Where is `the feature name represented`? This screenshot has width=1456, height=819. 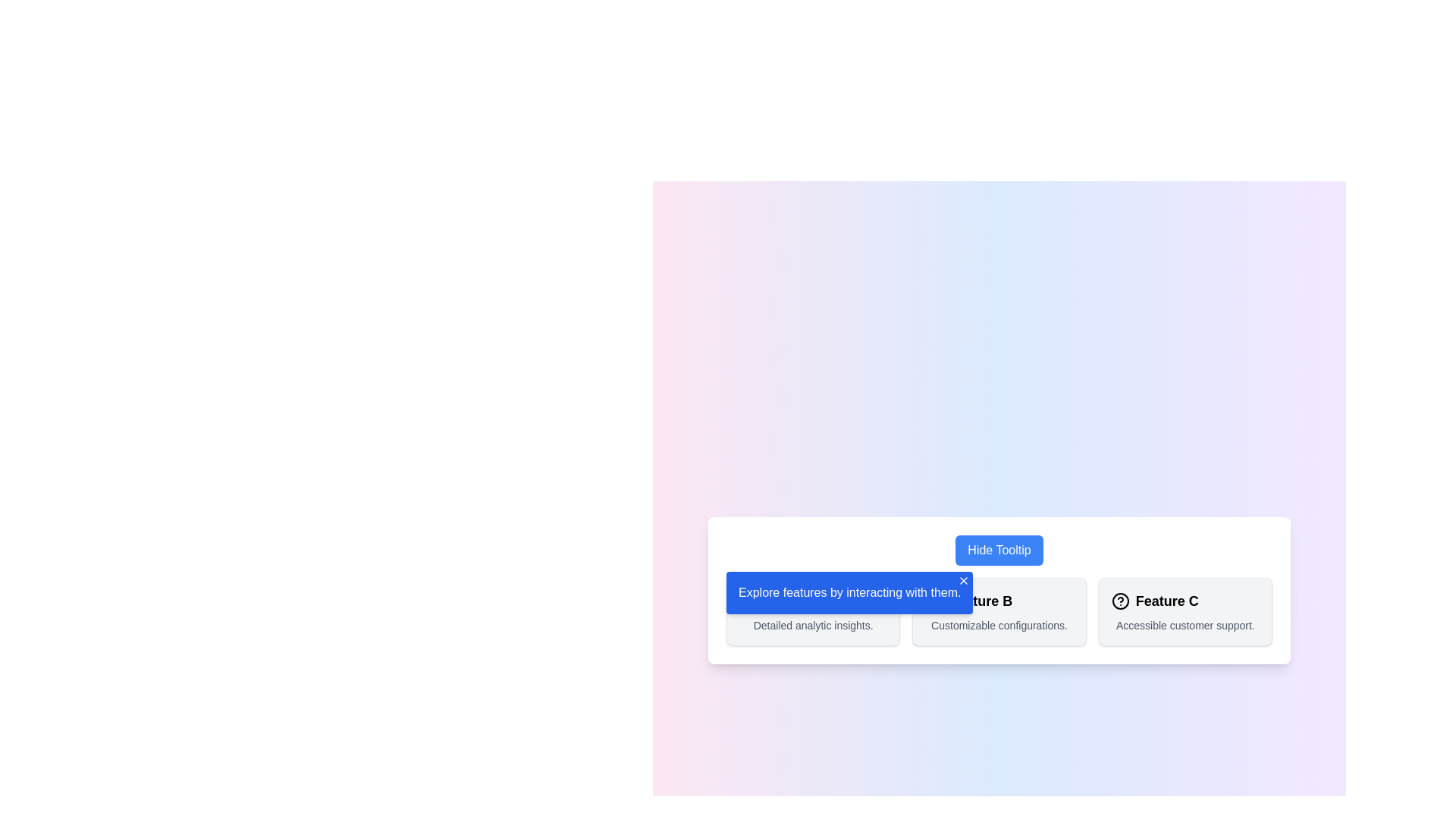 the feature name represented is located at coordinates (1185, 601).